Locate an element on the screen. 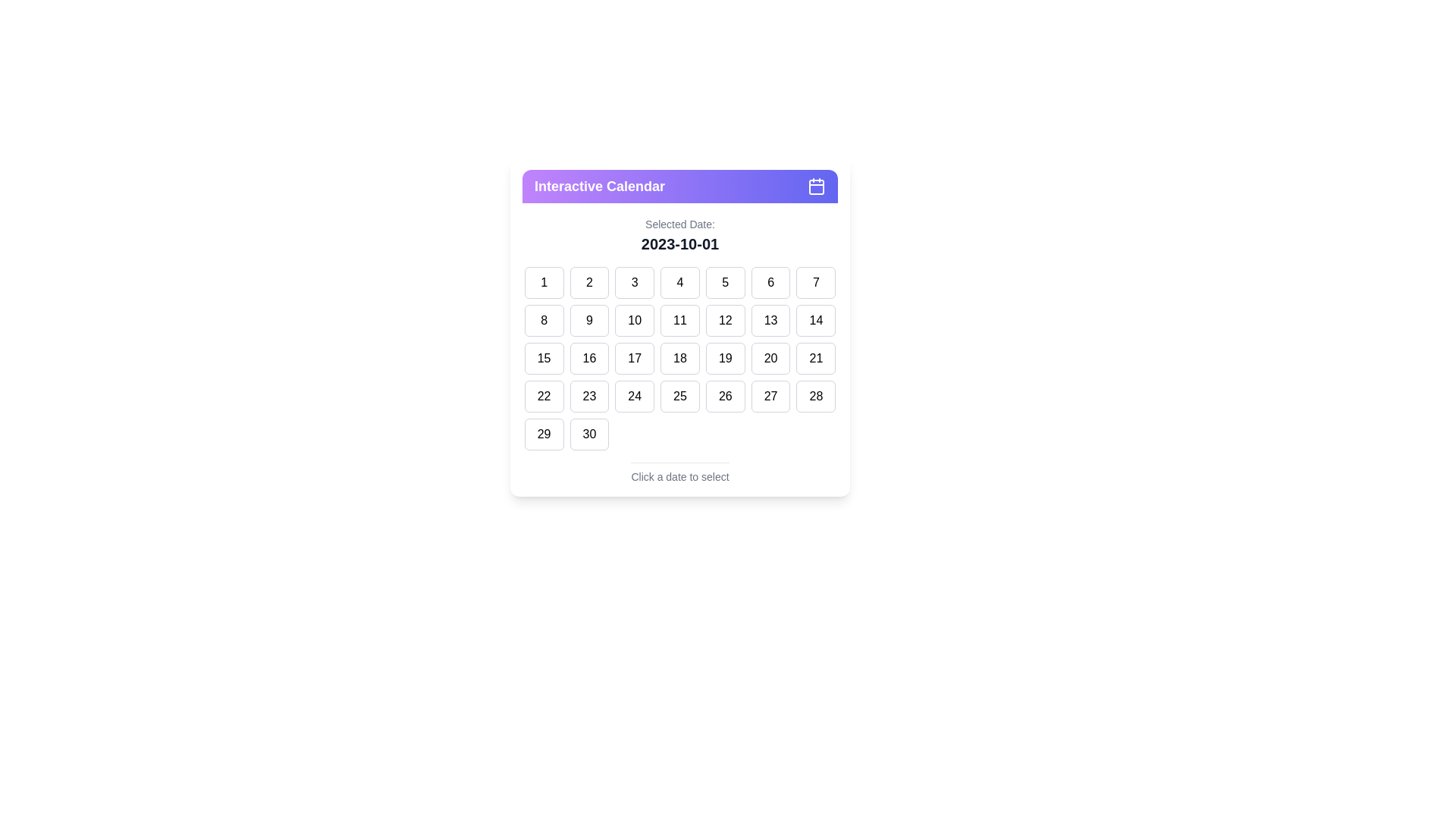 The image size is (1456, 819). the button displaying the number '11' in the calendar interface is located at coordinates (679, 320).